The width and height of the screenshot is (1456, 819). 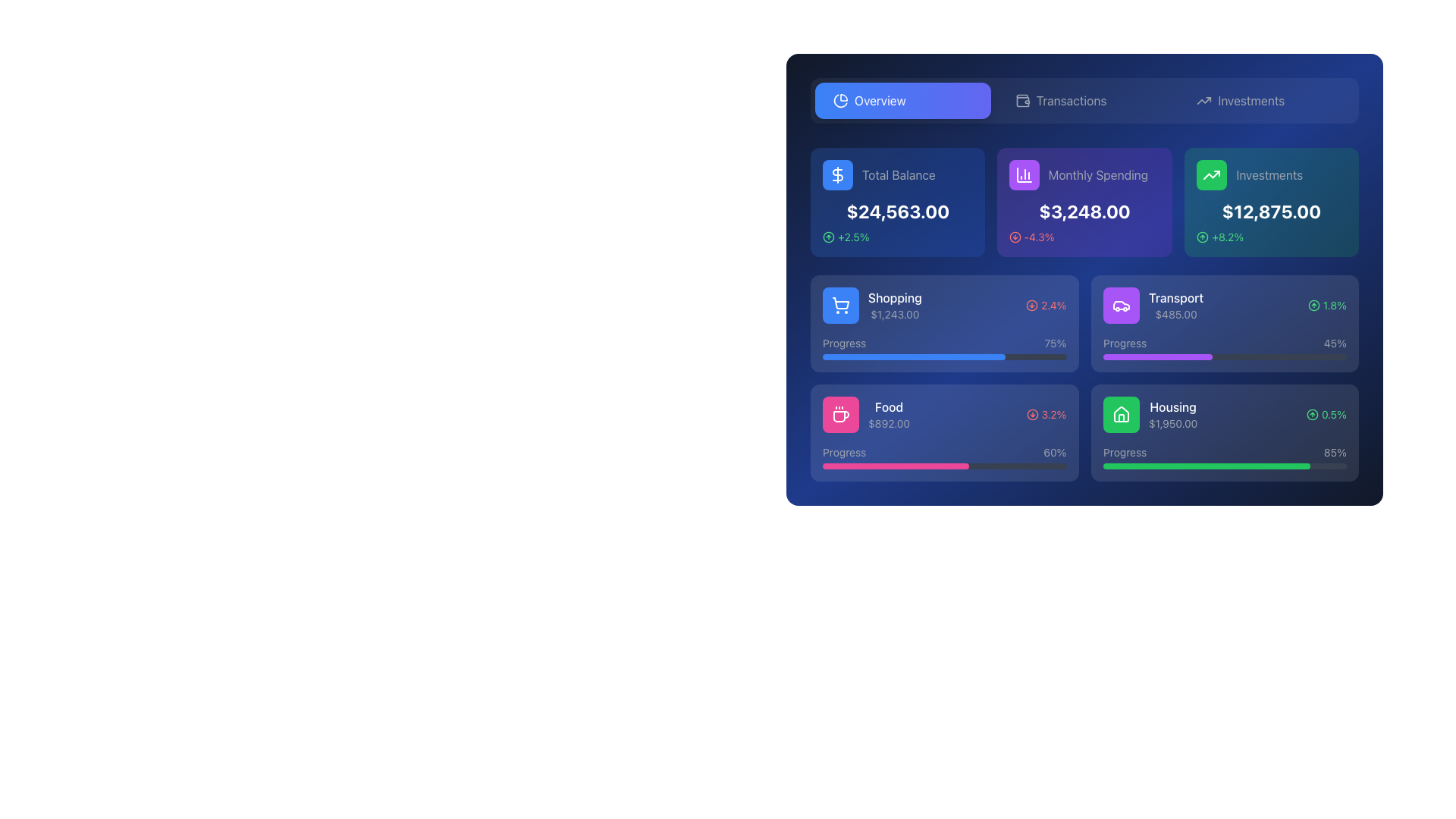 What do you see at coordinates (1210, 174) in the screenshot?
I see `the icon located in the center of the green circular area of the Investments card` at bounding box center [1210, 174].